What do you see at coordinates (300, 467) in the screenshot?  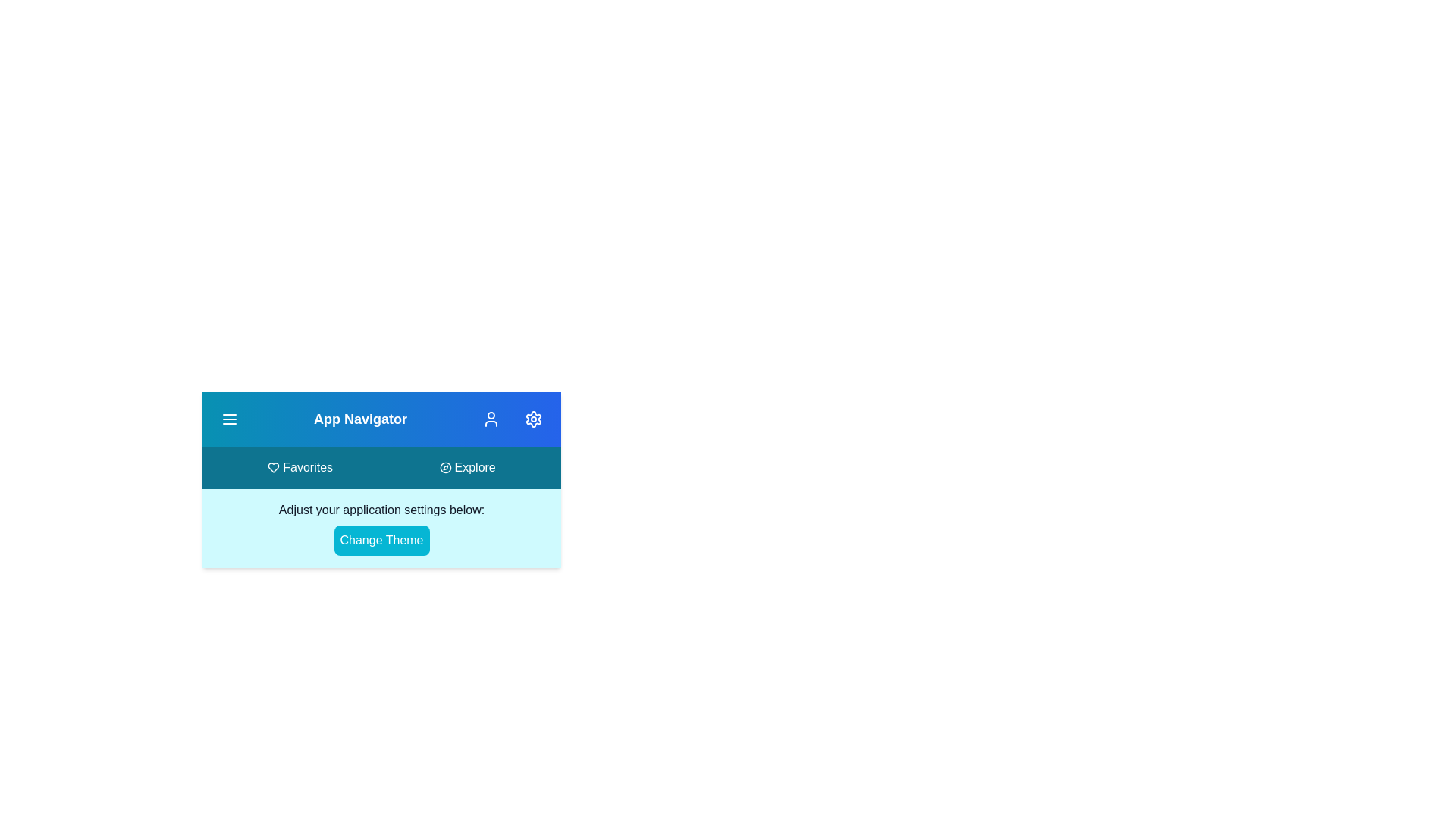 I see `the favorites navigation button located in the navigation header section` at bounding box center [300, 467].